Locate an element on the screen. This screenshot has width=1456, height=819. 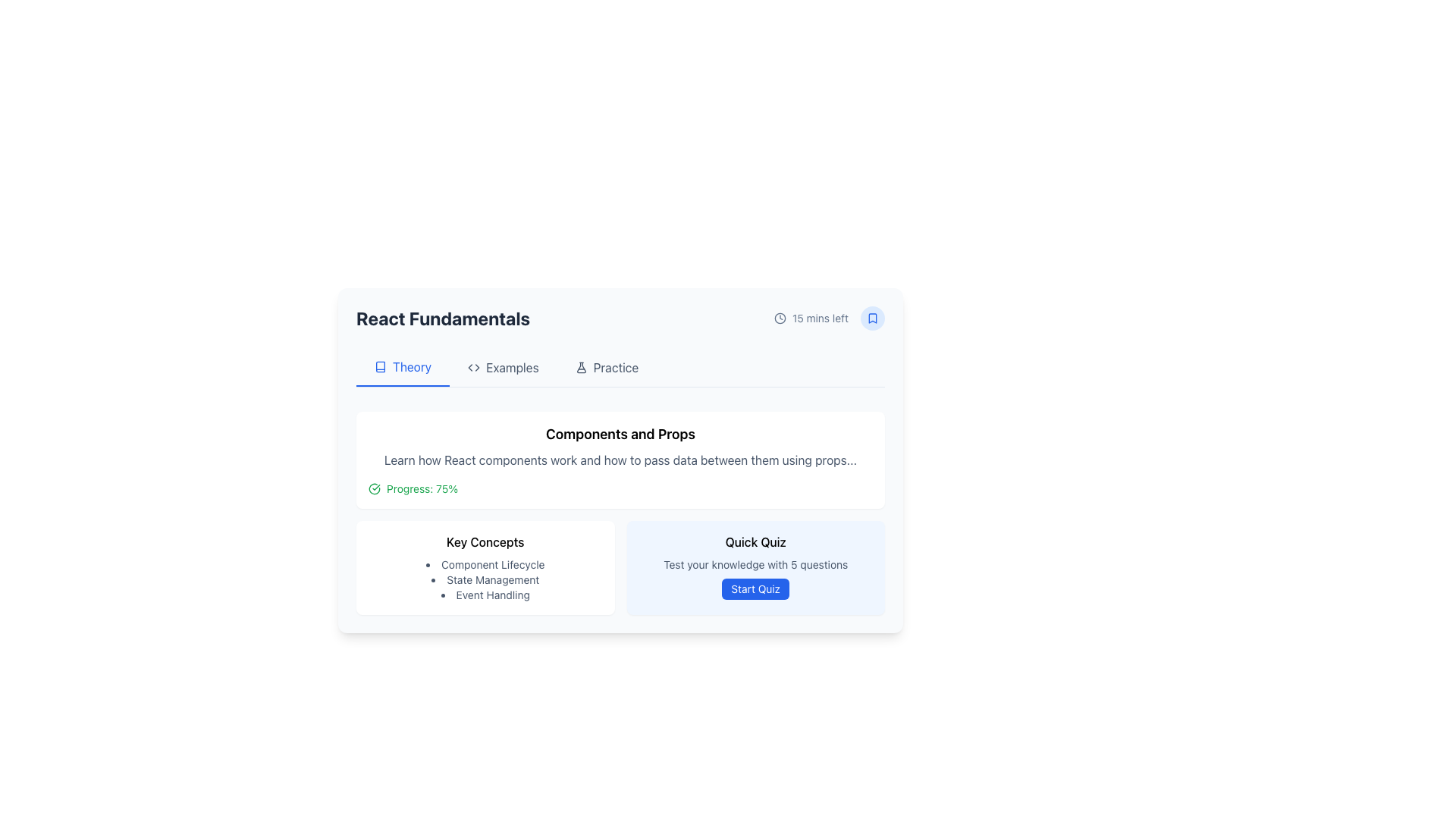
the 'Practice' hyperlink in the navigation bar is located at coordinates (616, 368).